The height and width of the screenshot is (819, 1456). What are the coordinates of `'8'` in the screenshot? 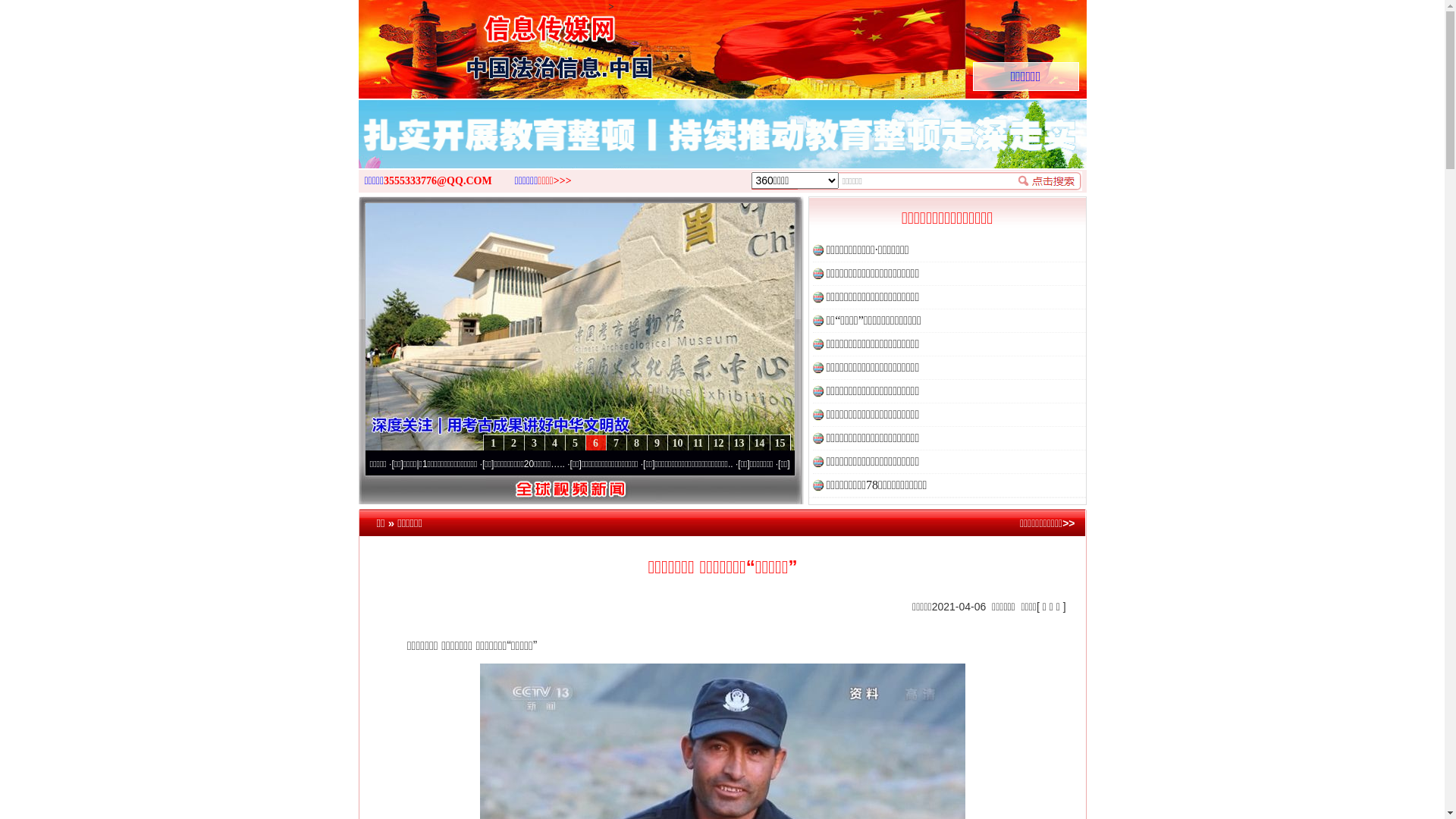 It's located at (636, 443).